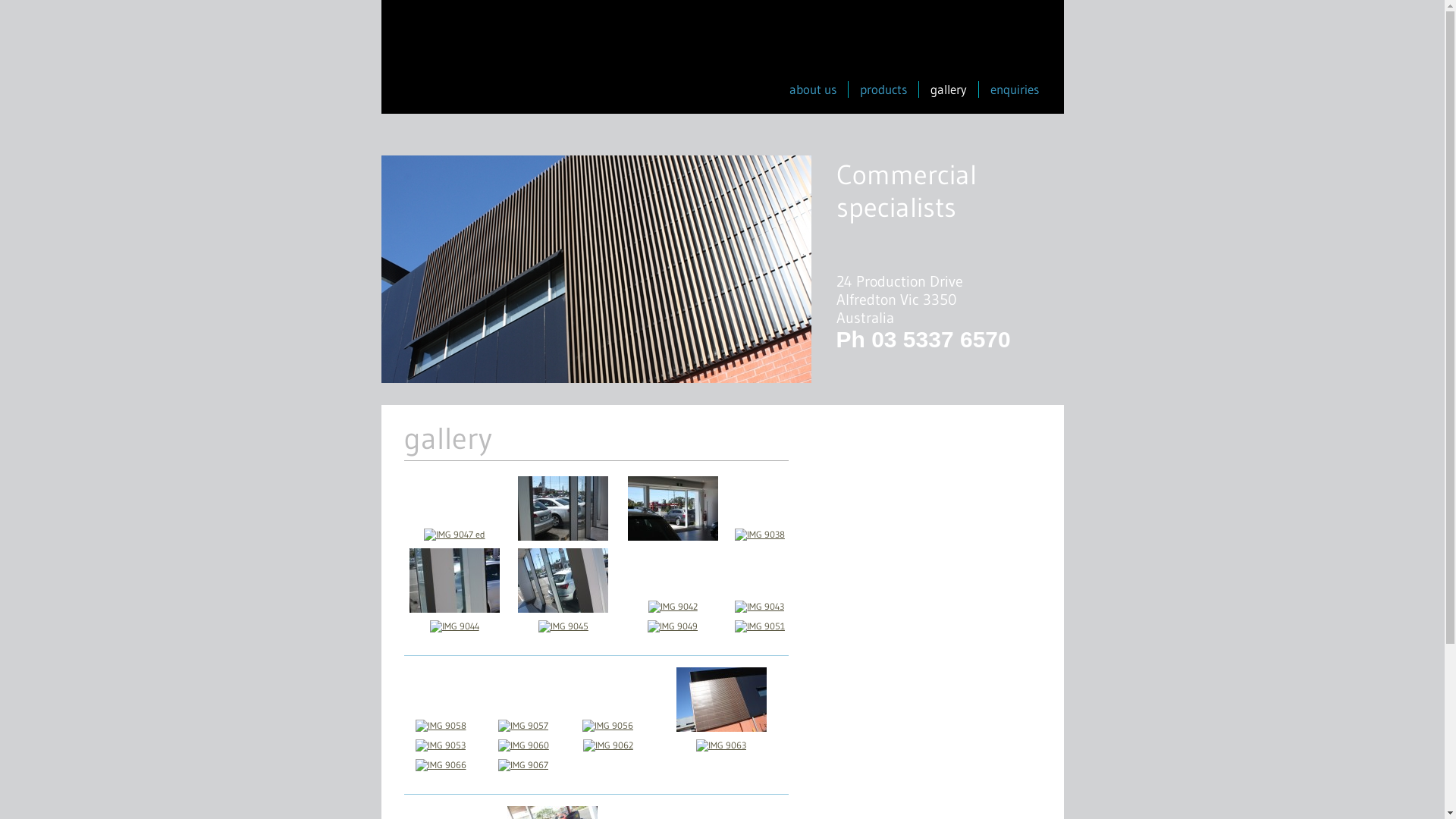 The height and width of the screenshot is (819, 1456). I want to click on 'IMG 9057', so click(523, 725).